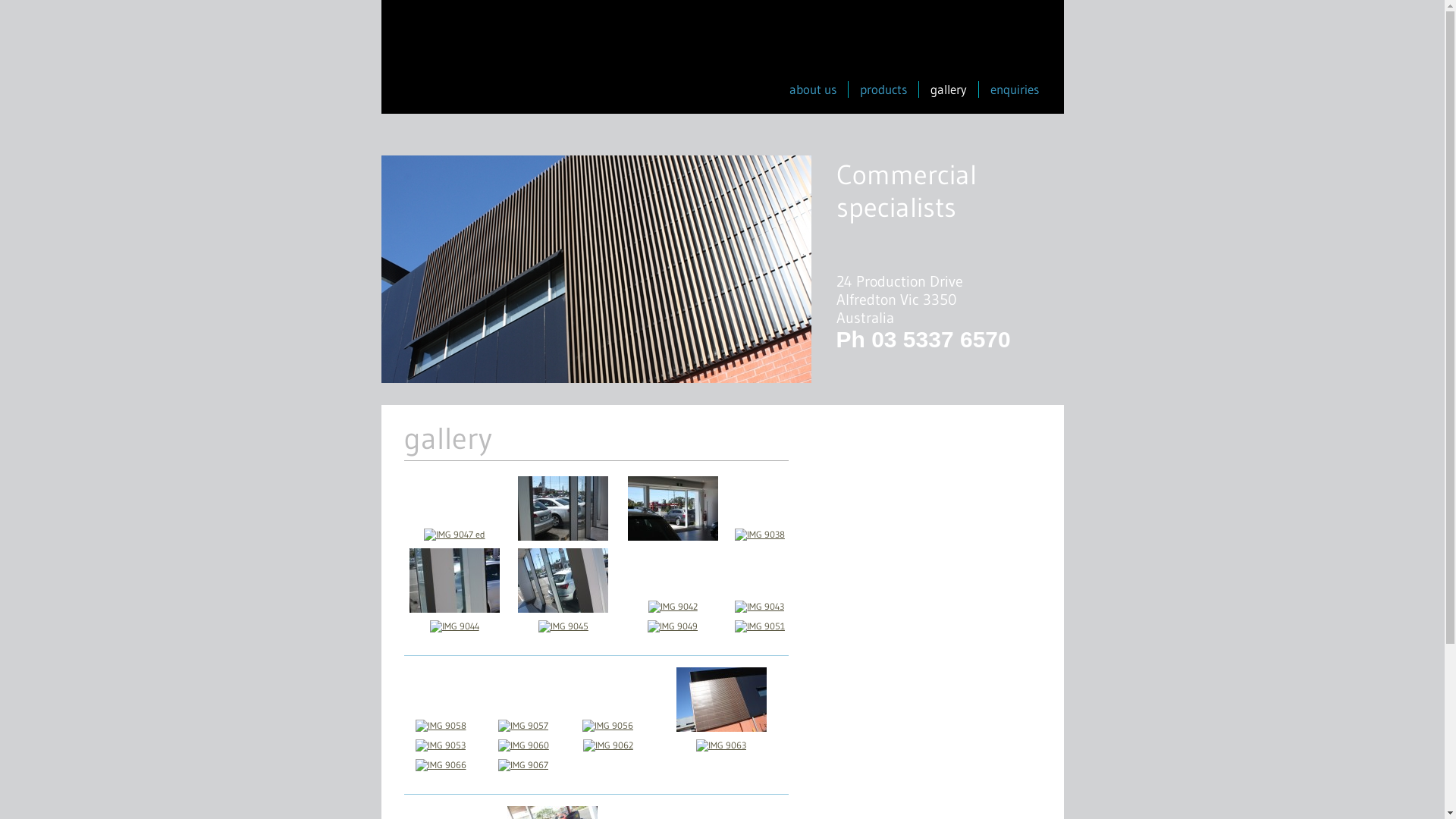 The height and width of the screenshot is (819, 1456). I want to click on 'IMG 9057', so click(523, 725).